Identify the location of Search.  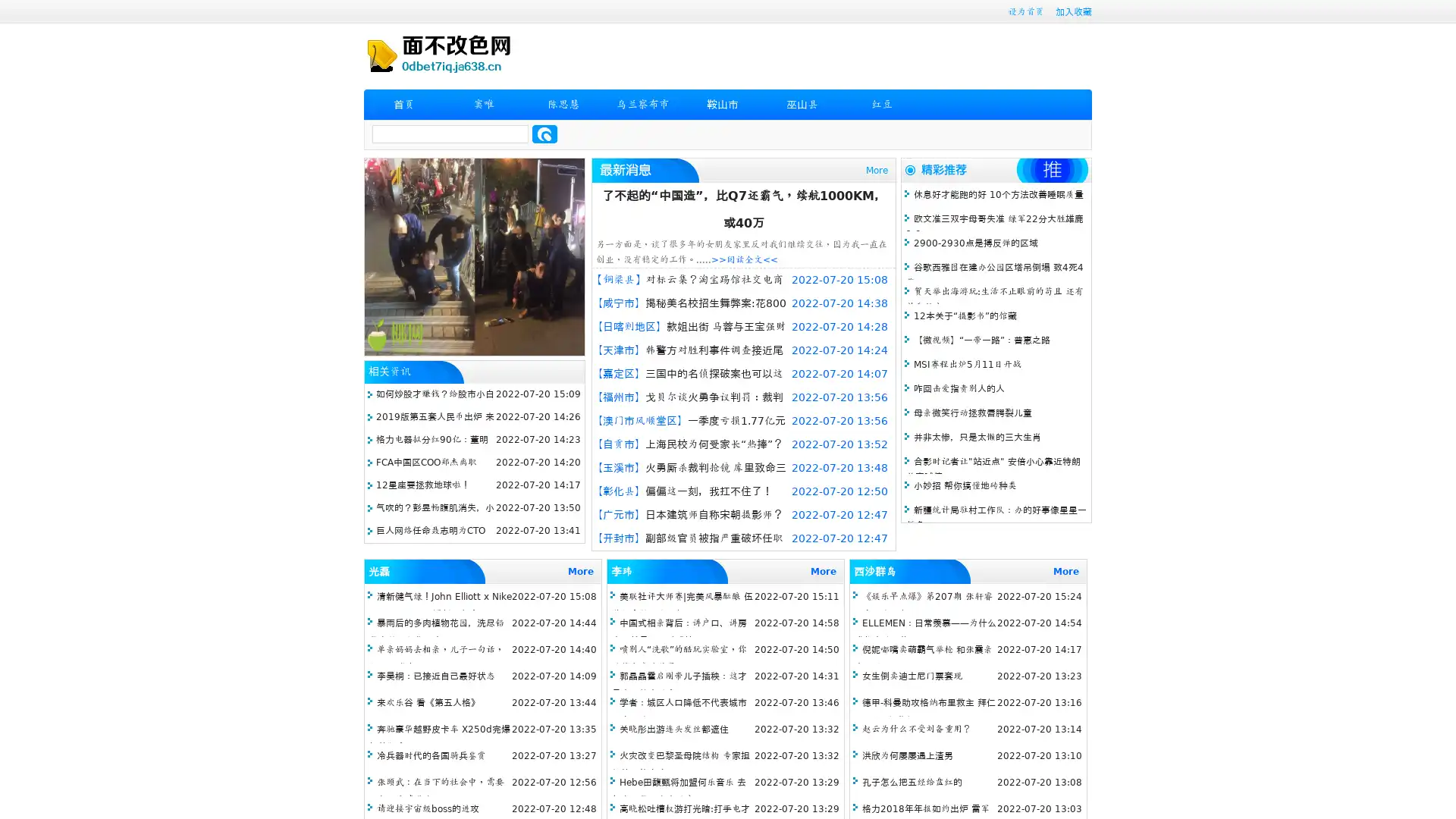
(544, 133).